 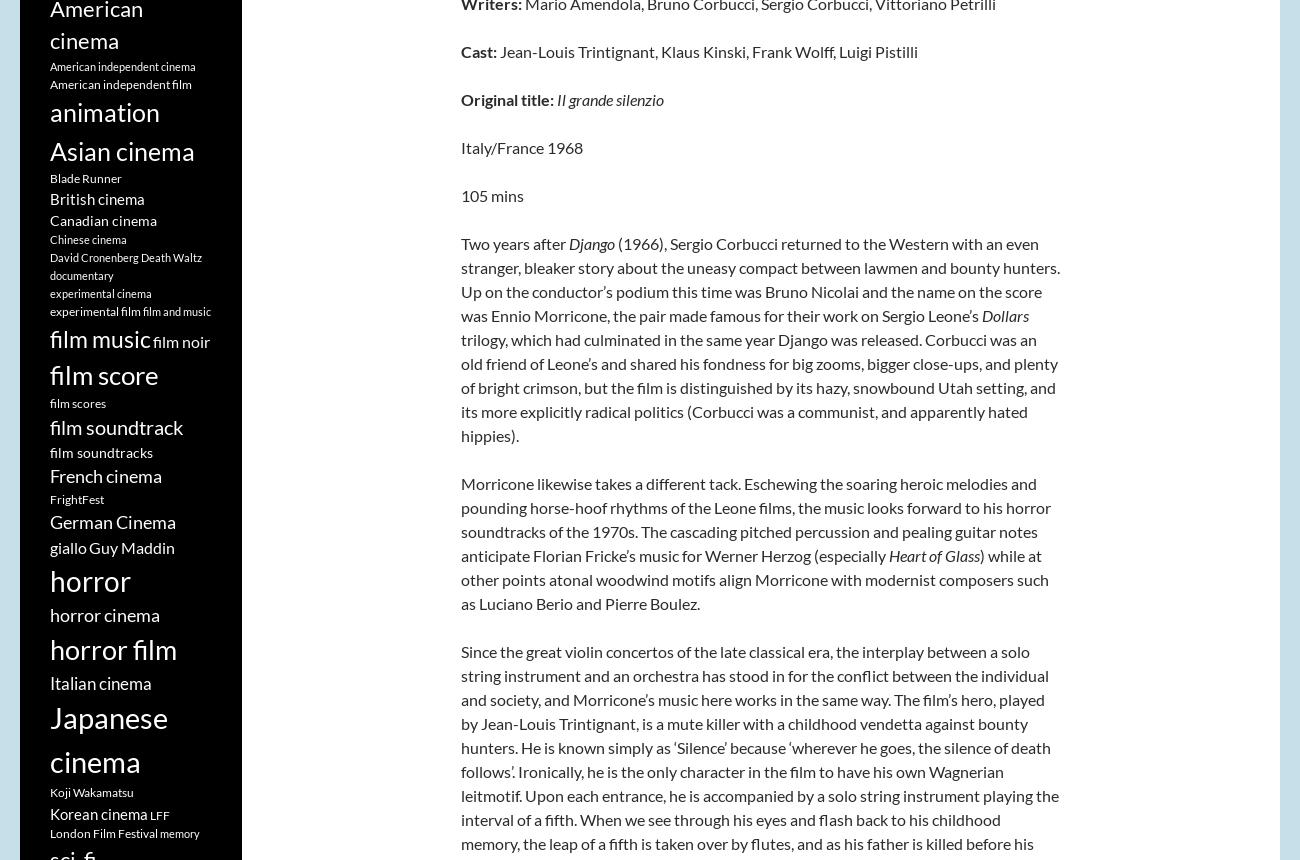 I want to click on 'Guy Maddin', so click(x=89, y=547).